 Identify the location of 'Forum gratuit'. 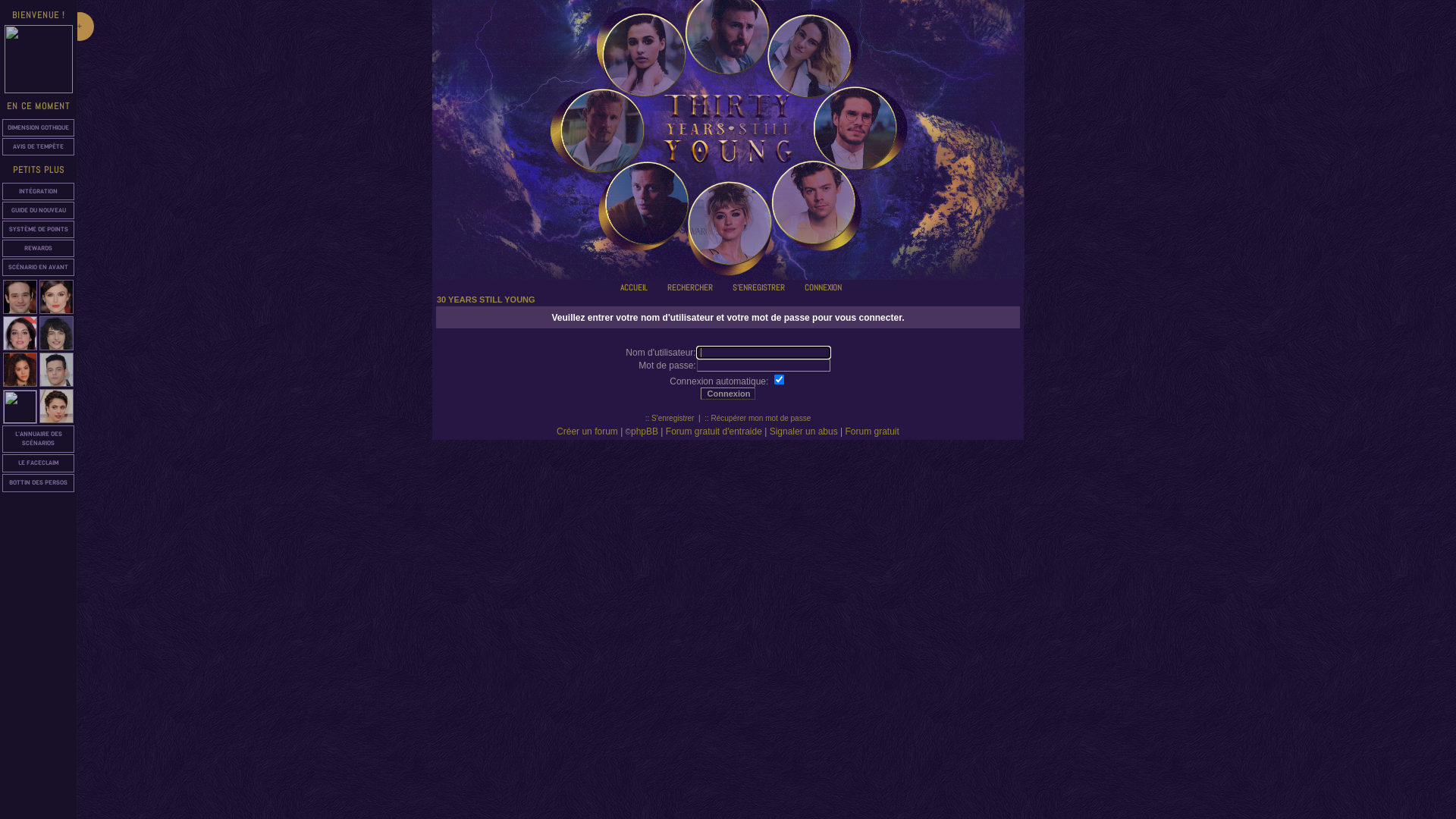
(872, 431).